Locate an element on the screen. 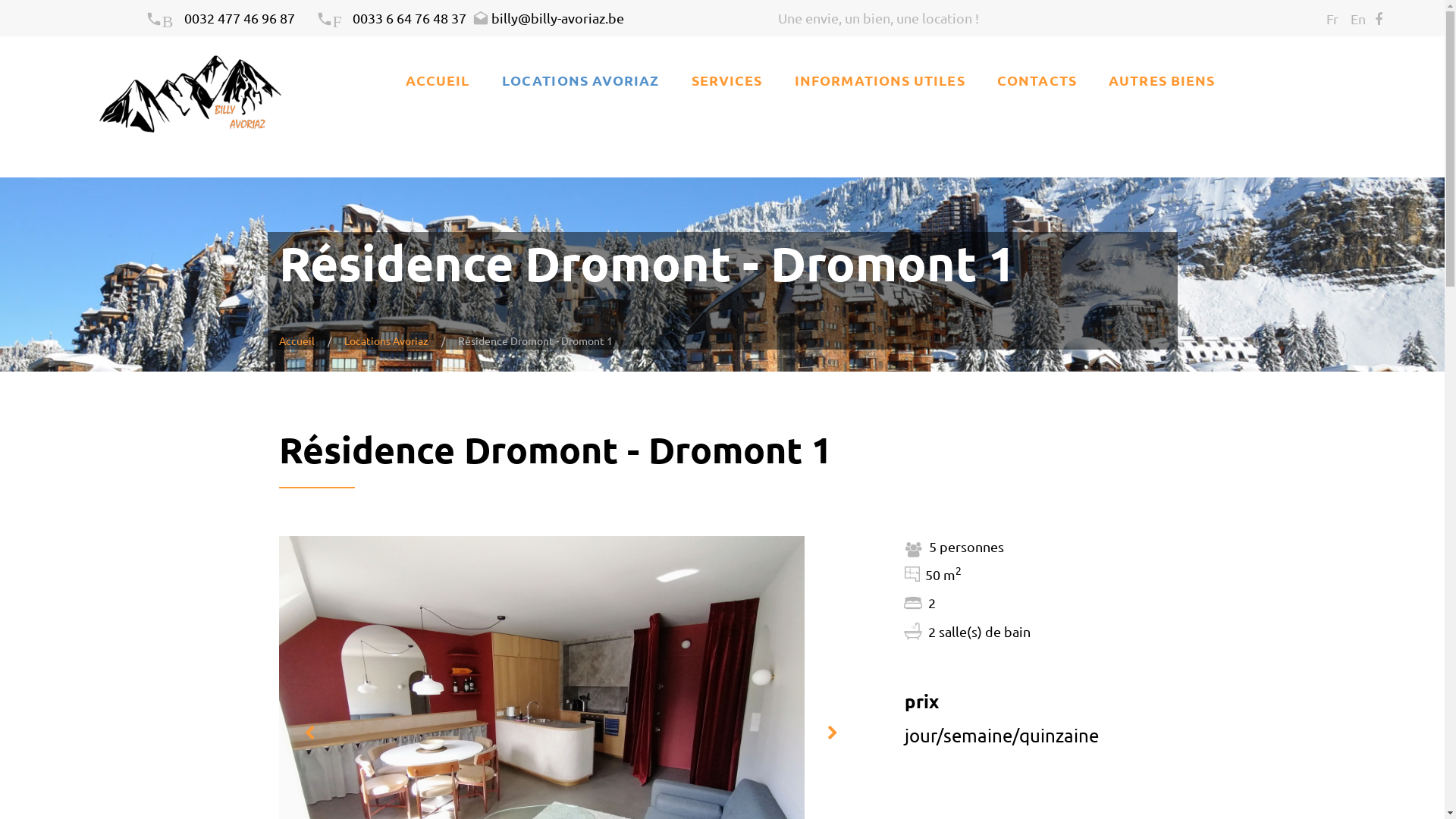  'LOCATIONS AVORIAZ' is located at coordinates (579, 80).